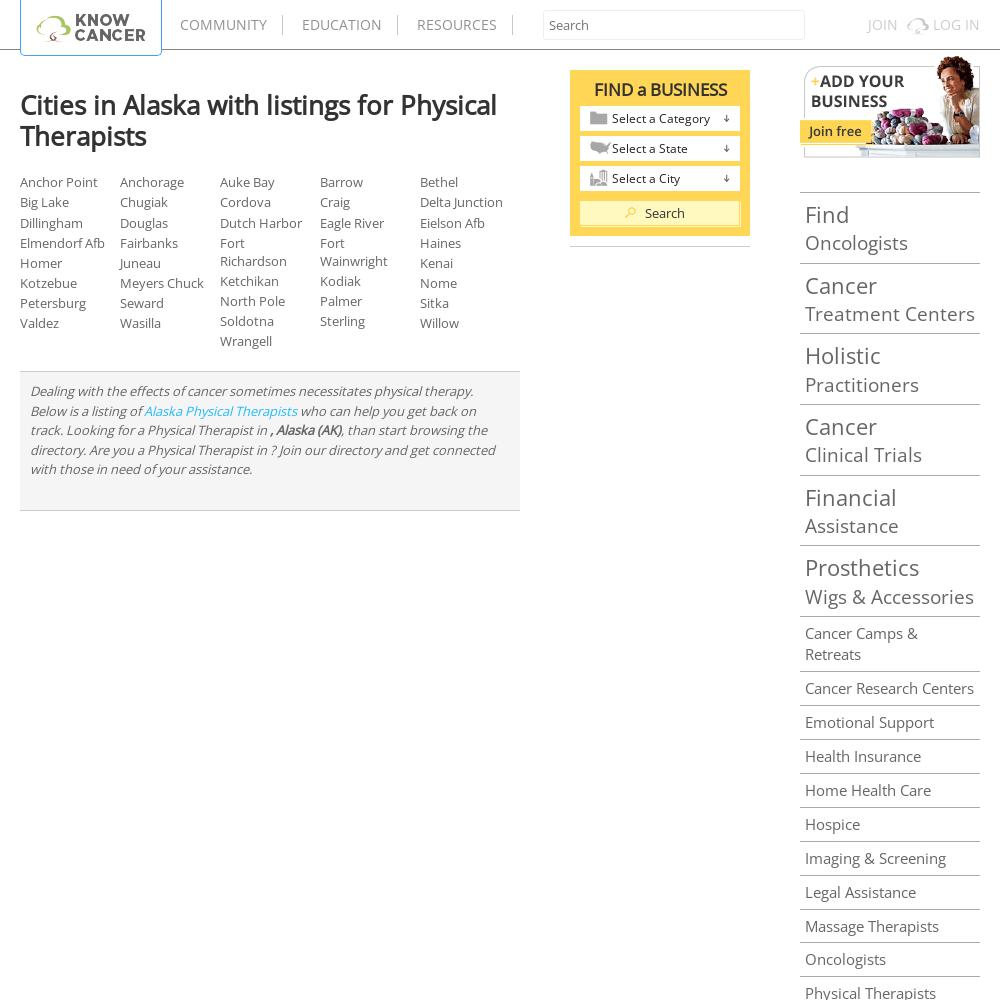 The height and width of the screenshot is (1000, 1000). Describe the element at coordinates (805, 822) in the screenshot. I see `'Hospice'` at that location.